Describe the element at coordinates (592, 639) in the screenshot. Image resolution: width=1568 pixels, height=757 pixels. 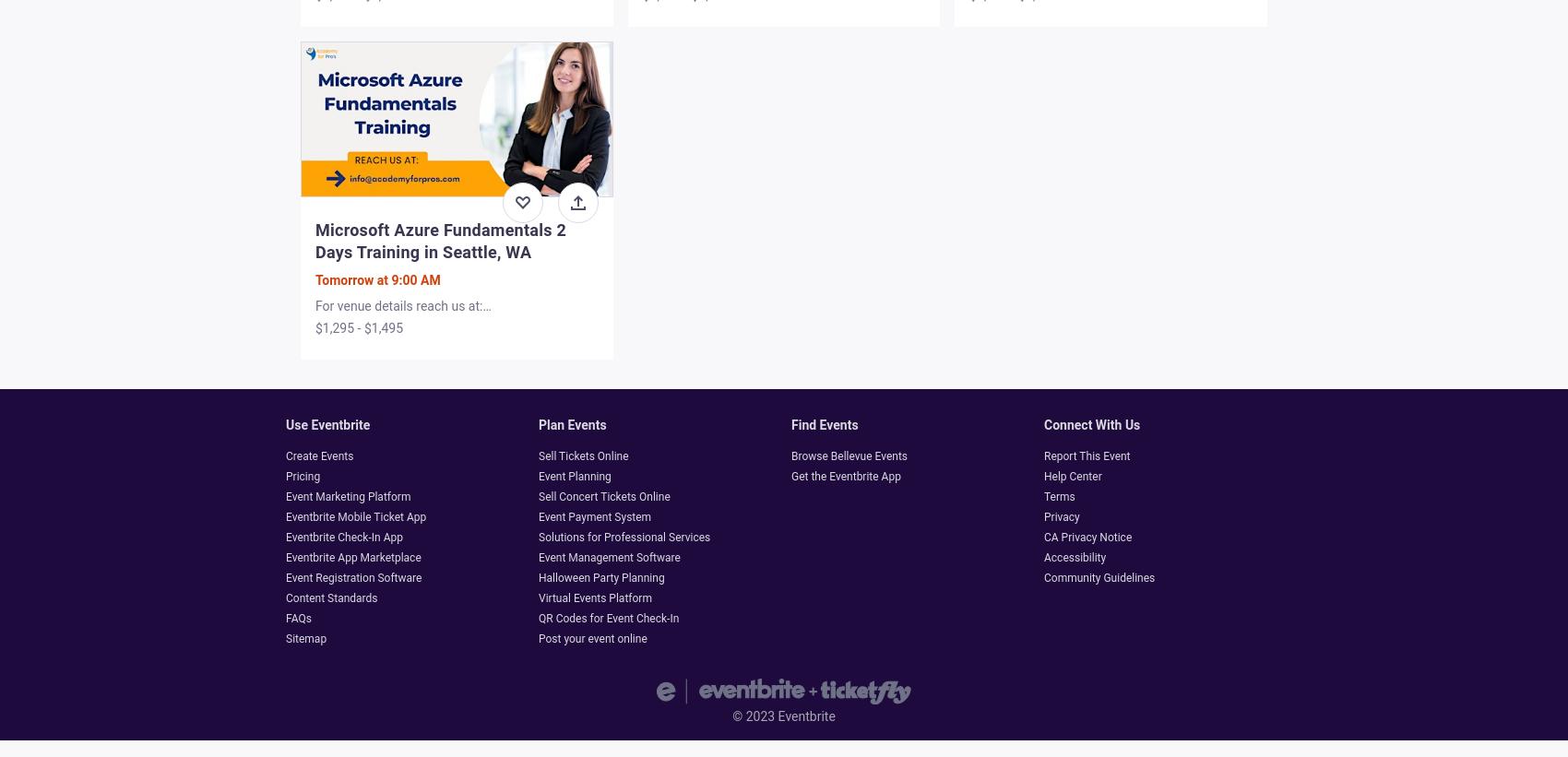
I see `'Post your event online'` at that location.